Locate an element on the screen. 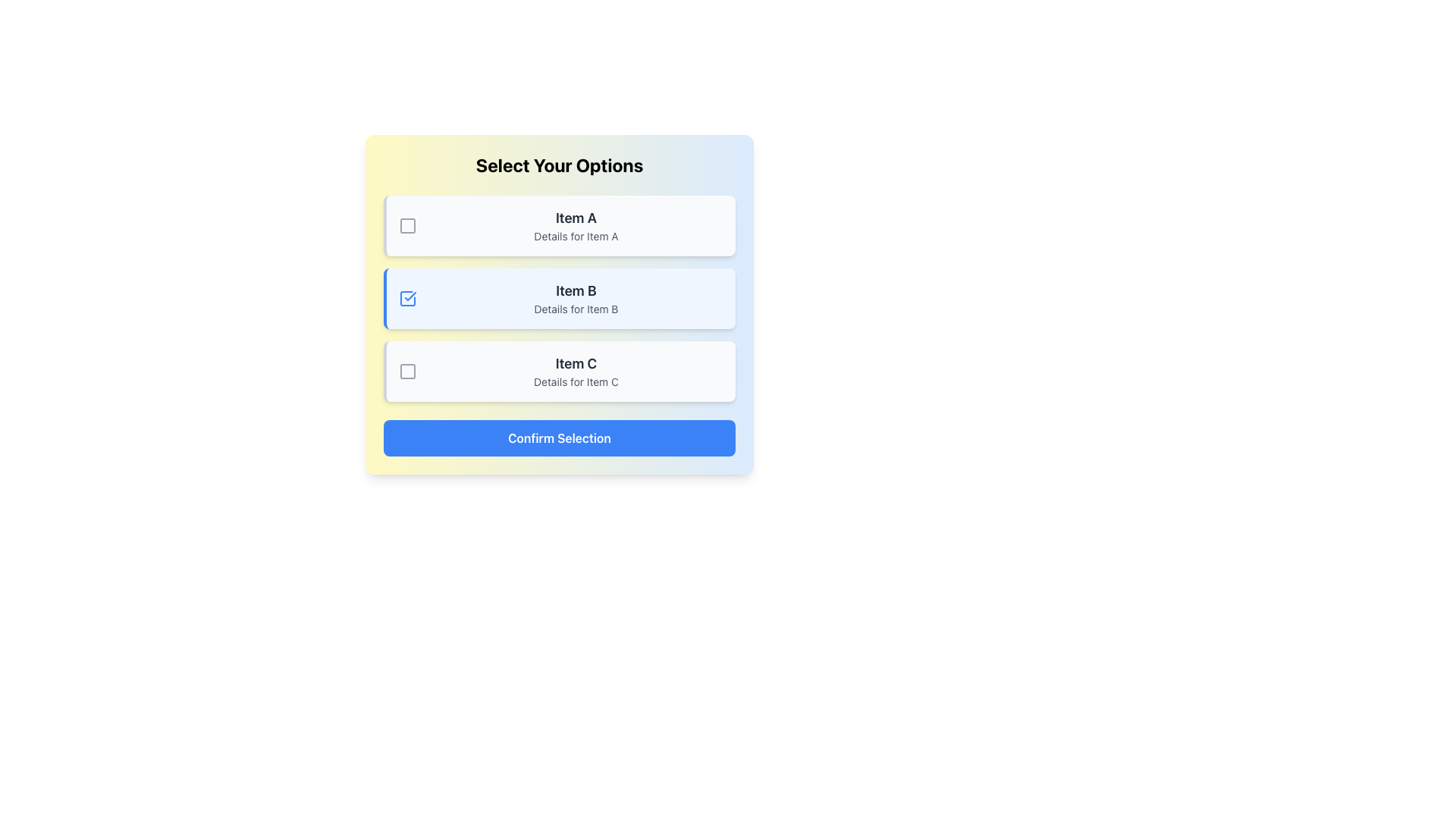 This screenshot has height=819, width=1456. the text display containing 'Item A' and 'Details for Item A' which is located within the first option of a vertically stacked list under 'Select Your Options' is located at coordinates (575, 225).